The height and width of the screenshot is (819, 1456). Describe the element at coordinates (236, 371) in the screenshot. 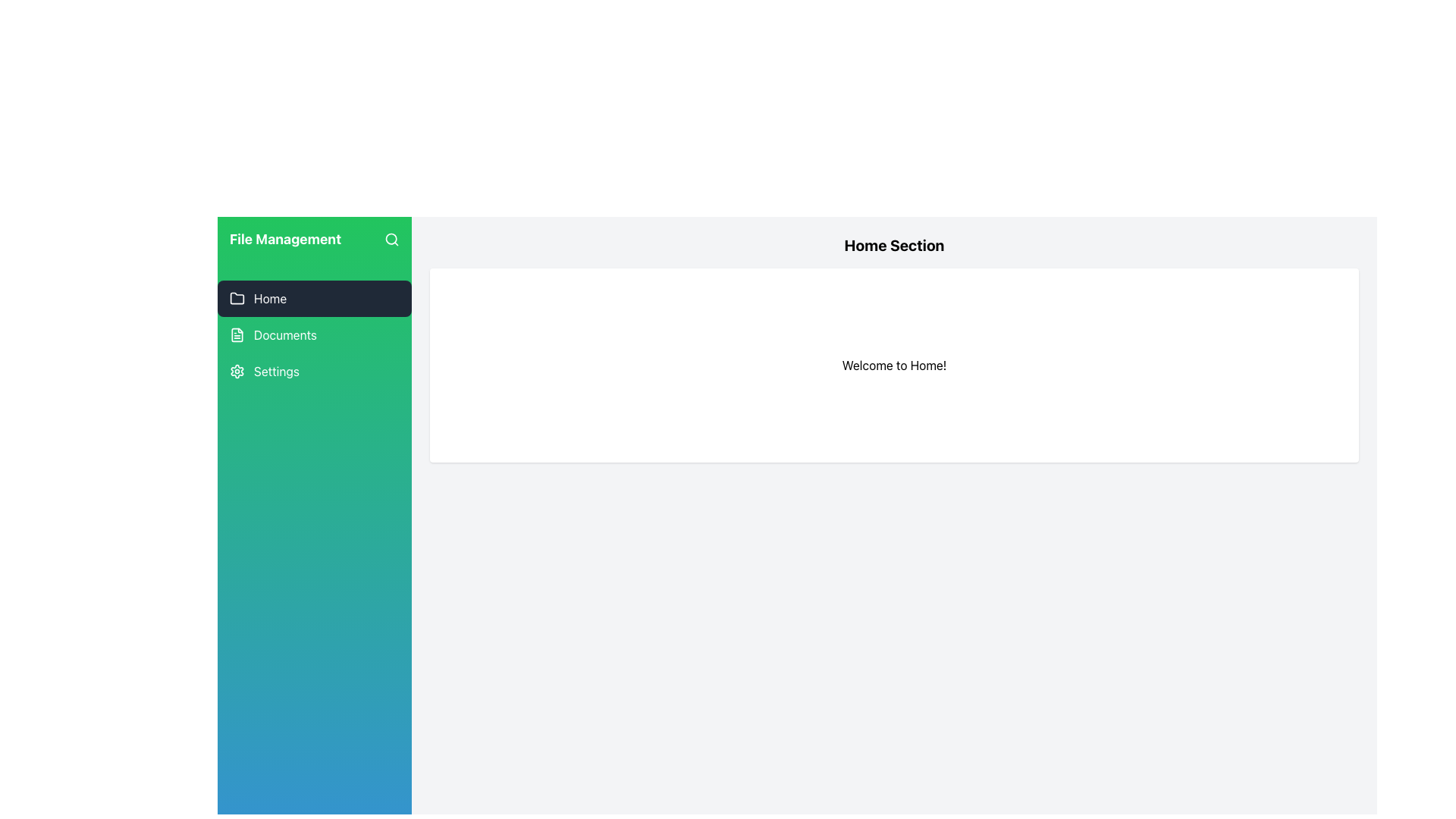

I see `the gear-shaped icon located in the navigation sidebar under the 'Settings' option` at that location.